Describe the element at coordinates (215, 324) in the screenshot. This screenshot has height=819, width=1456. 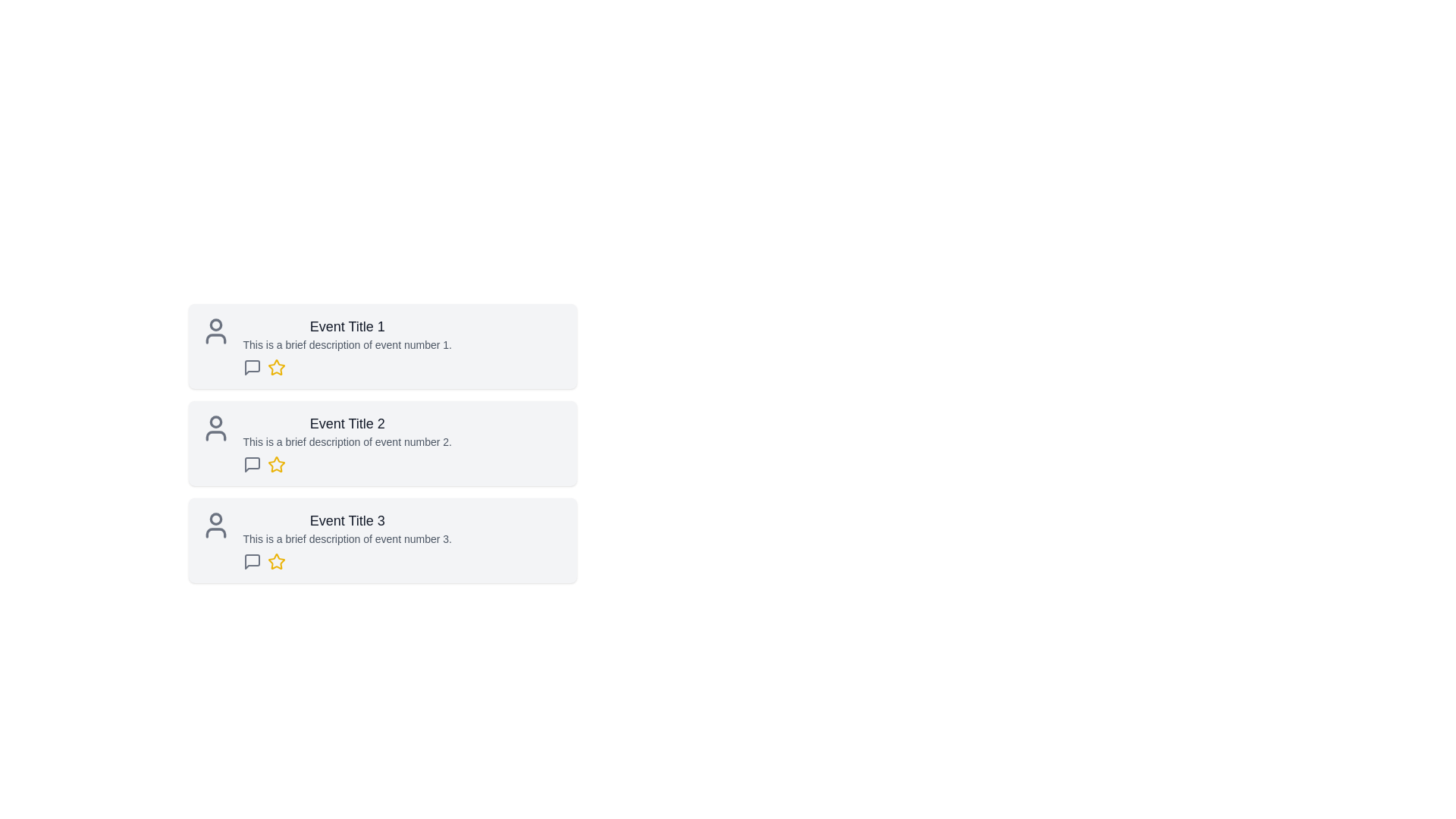
I see `the decorative filled circle that represents the user's head in the top-left user icon of the first event card` at that location.